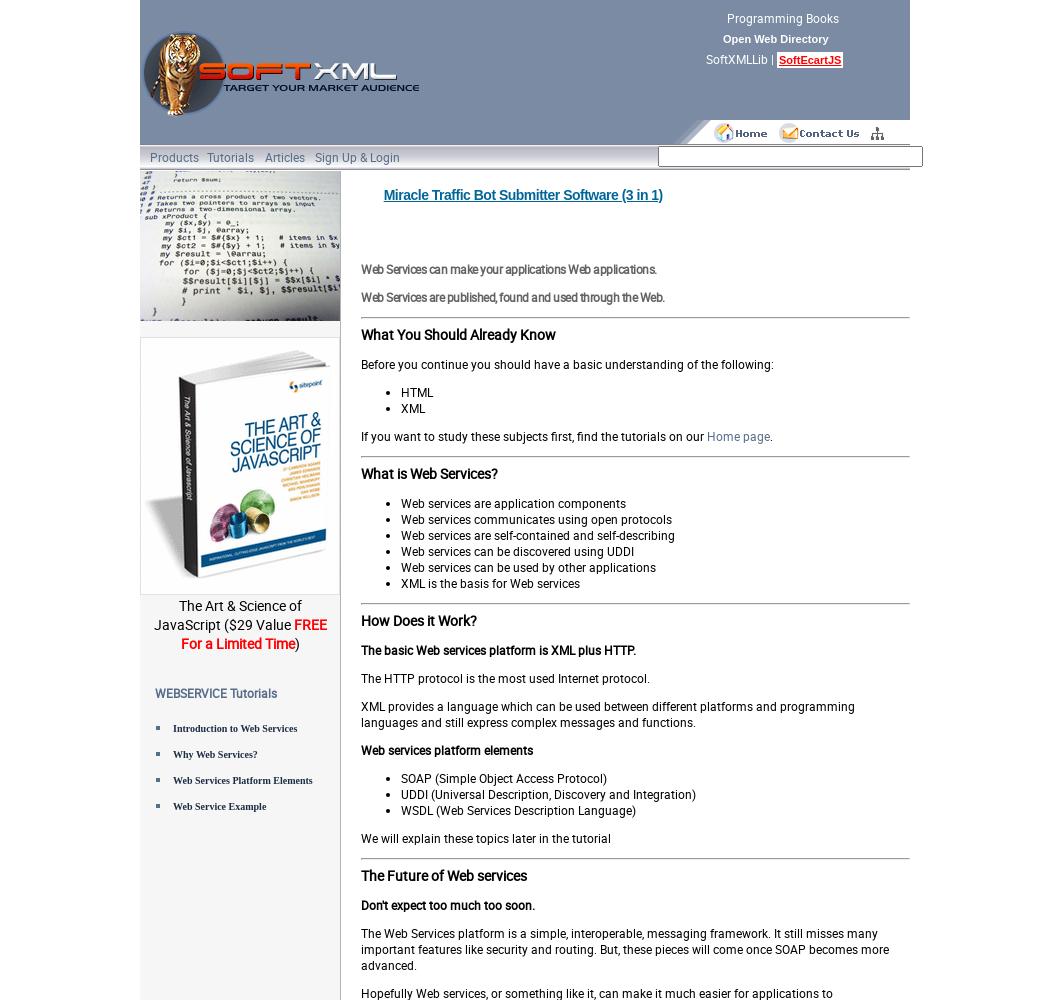  What do you see at coordinates (534, 436) in the screenshot?
I see `'If you want to study these subjects first, find the tutorials on our'` at bounding box center [534, 436].